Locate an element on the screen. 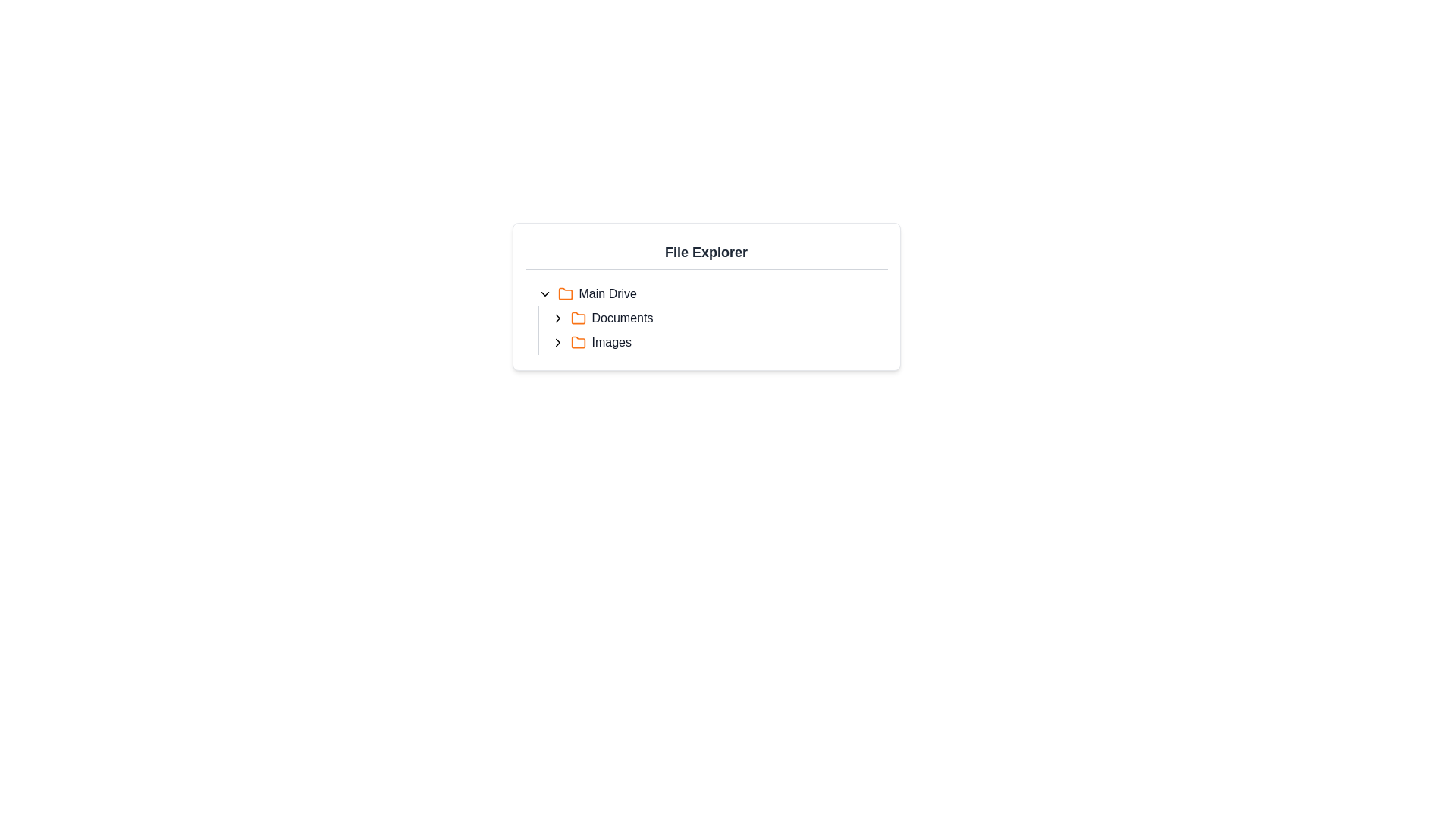 The height and width of the screenshot is (819, 1456). the folder icon representing 'Main Drive' in the left panel of the file explorer is located at coordinates (564, 293).